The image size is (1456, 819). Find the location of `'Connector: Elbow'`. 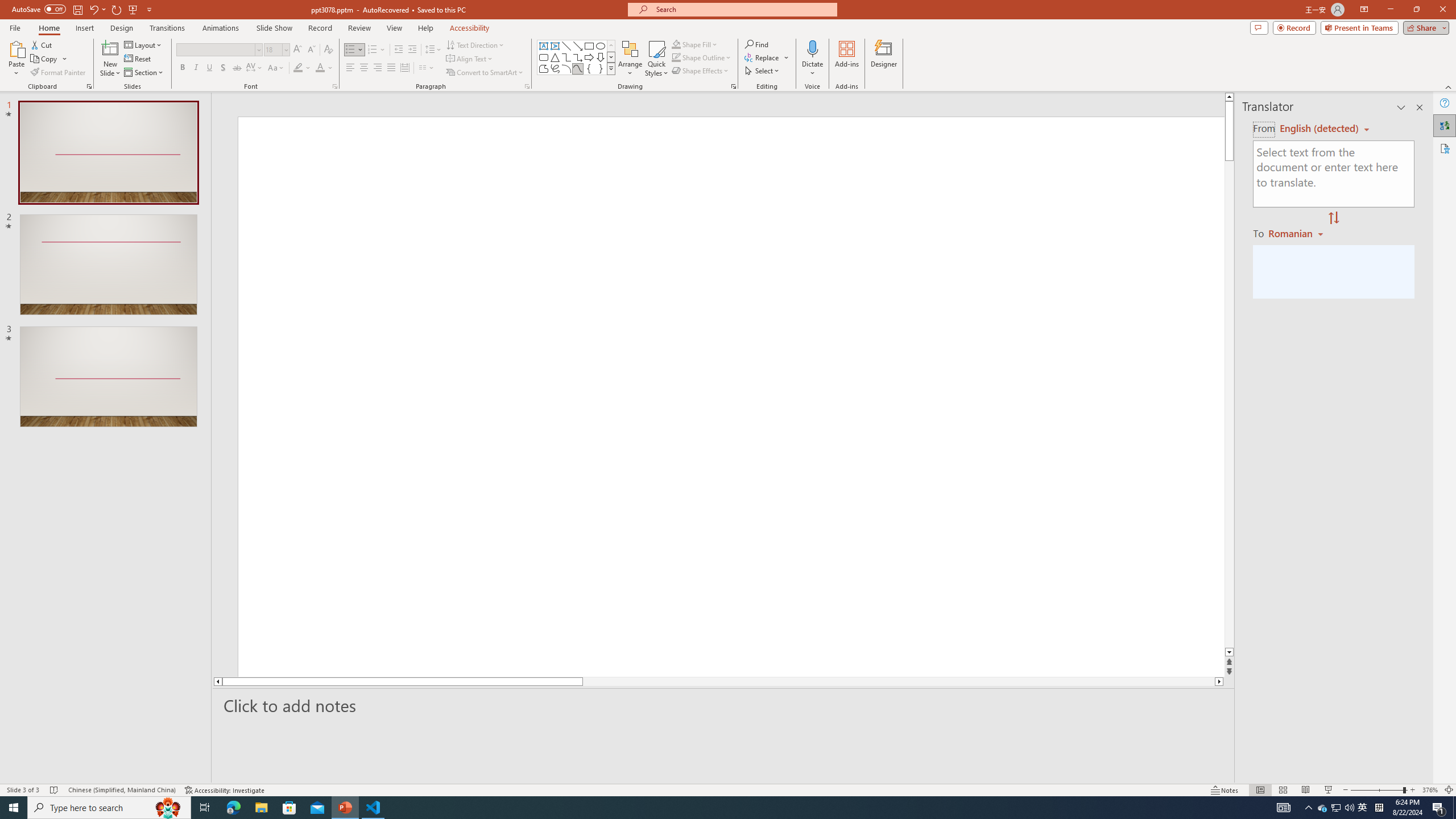

'Connector: Elbow' is located at coordinates (565, 56).